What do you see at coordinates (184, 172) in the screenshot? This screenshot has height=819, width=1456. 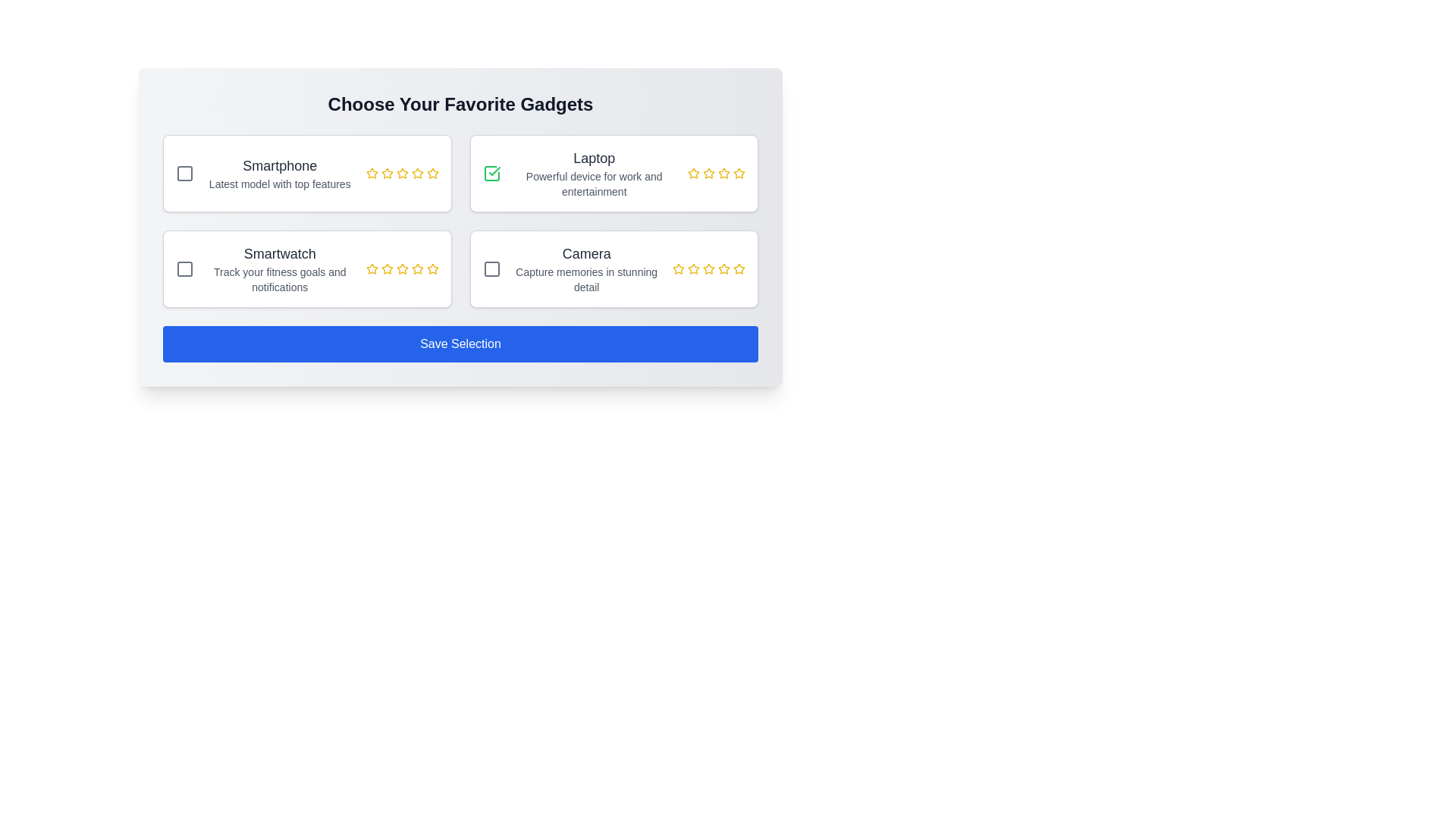 I see `the checkbox located on the left side of the 'Smartphone' section` at bounding box center [184, 172].